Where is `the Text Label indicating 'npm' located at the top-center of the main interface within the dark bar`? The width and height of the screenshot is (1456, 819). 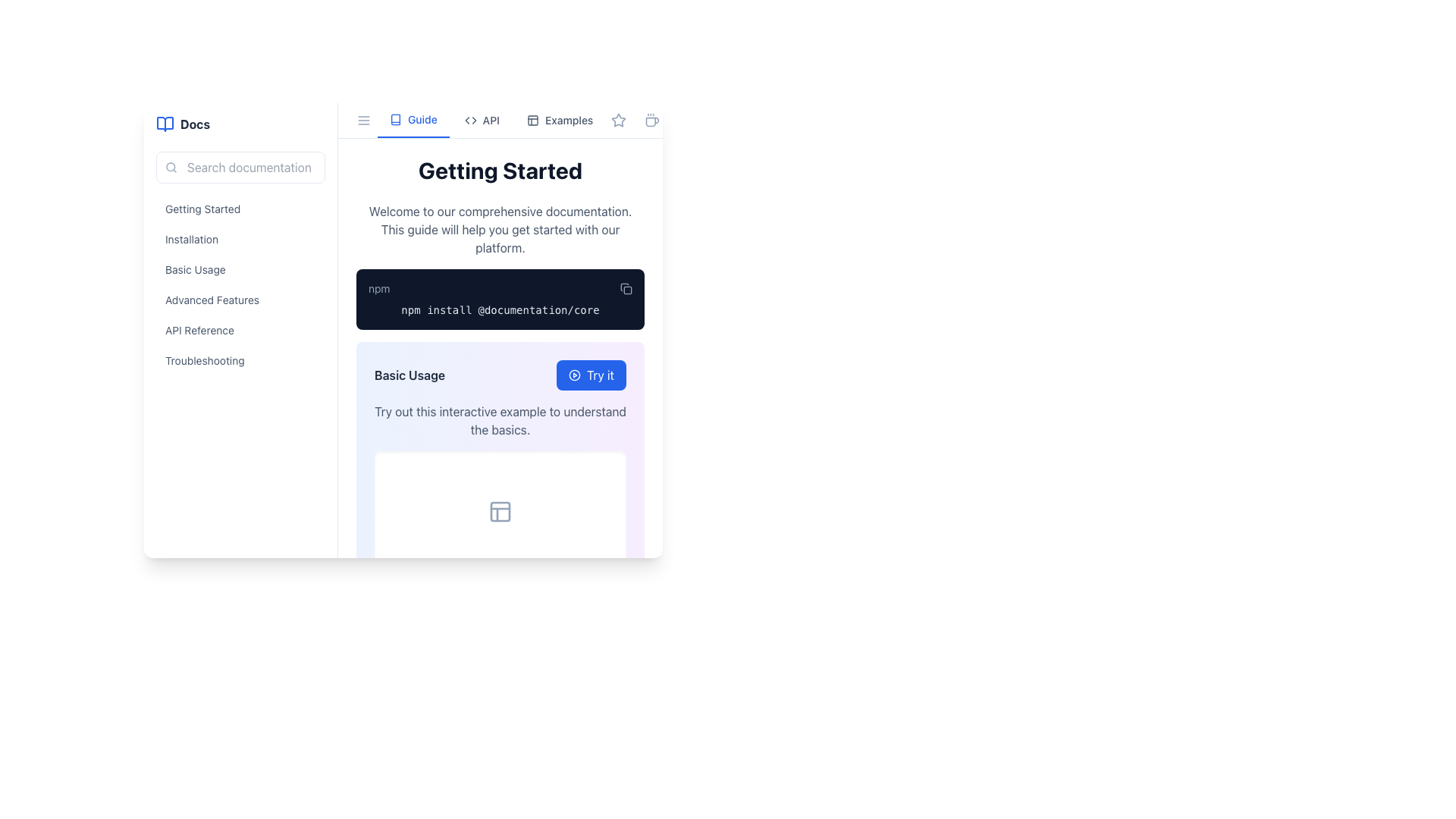 the Text Label indicating 'npm' located at the top-center of the main interface within the dark bar is located at coordinates (379, 289).